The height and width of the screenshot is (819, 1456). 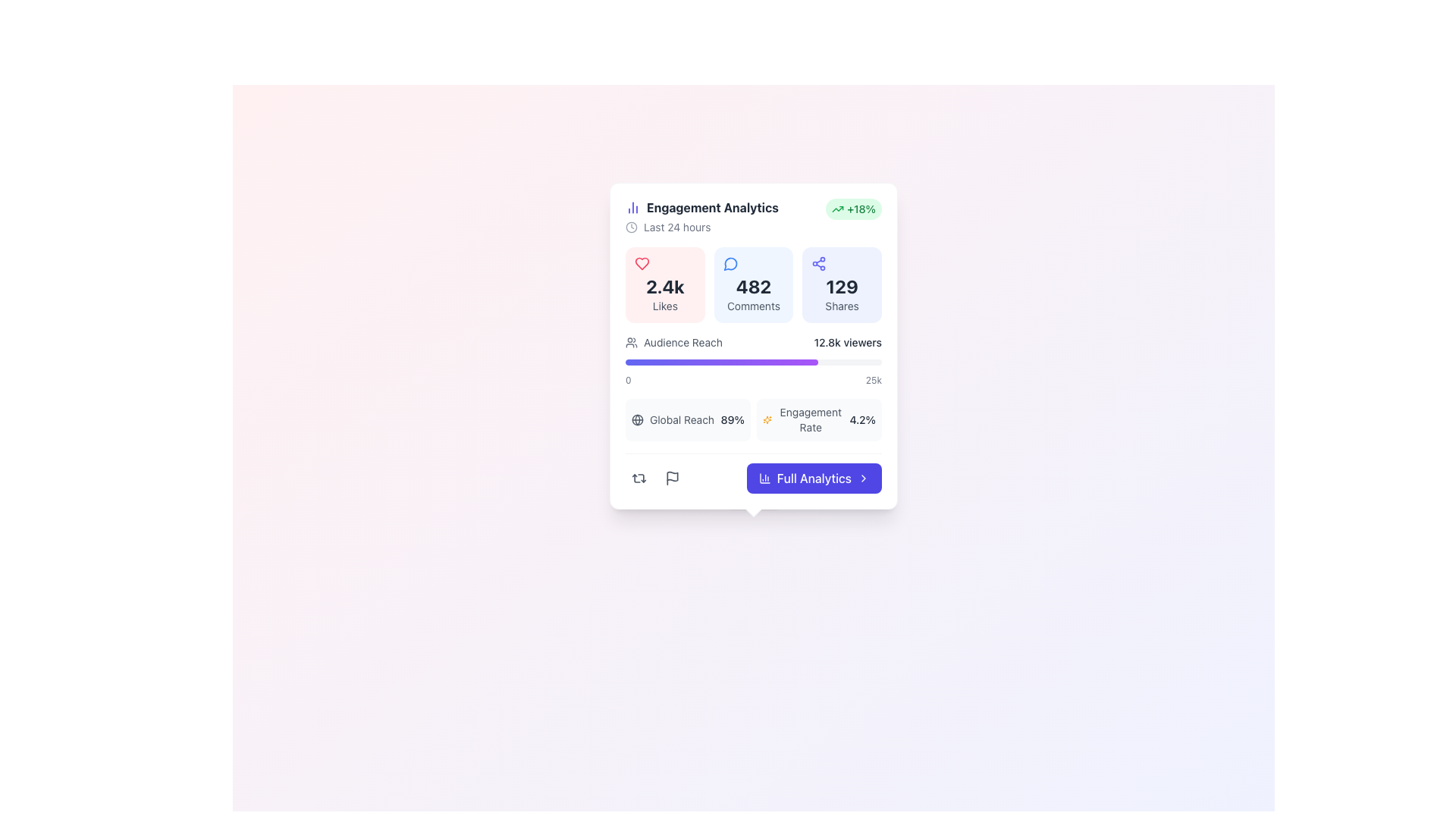 What do you see at coordinates (810, 420) in the screenshot?
I see `text label element displaying 'Engagement Rate', which is positioned near the bottom of the interface, to the right of an icon with sparkles and to the left of the percentage value '4.2%'` at bounding box center [810, 420].